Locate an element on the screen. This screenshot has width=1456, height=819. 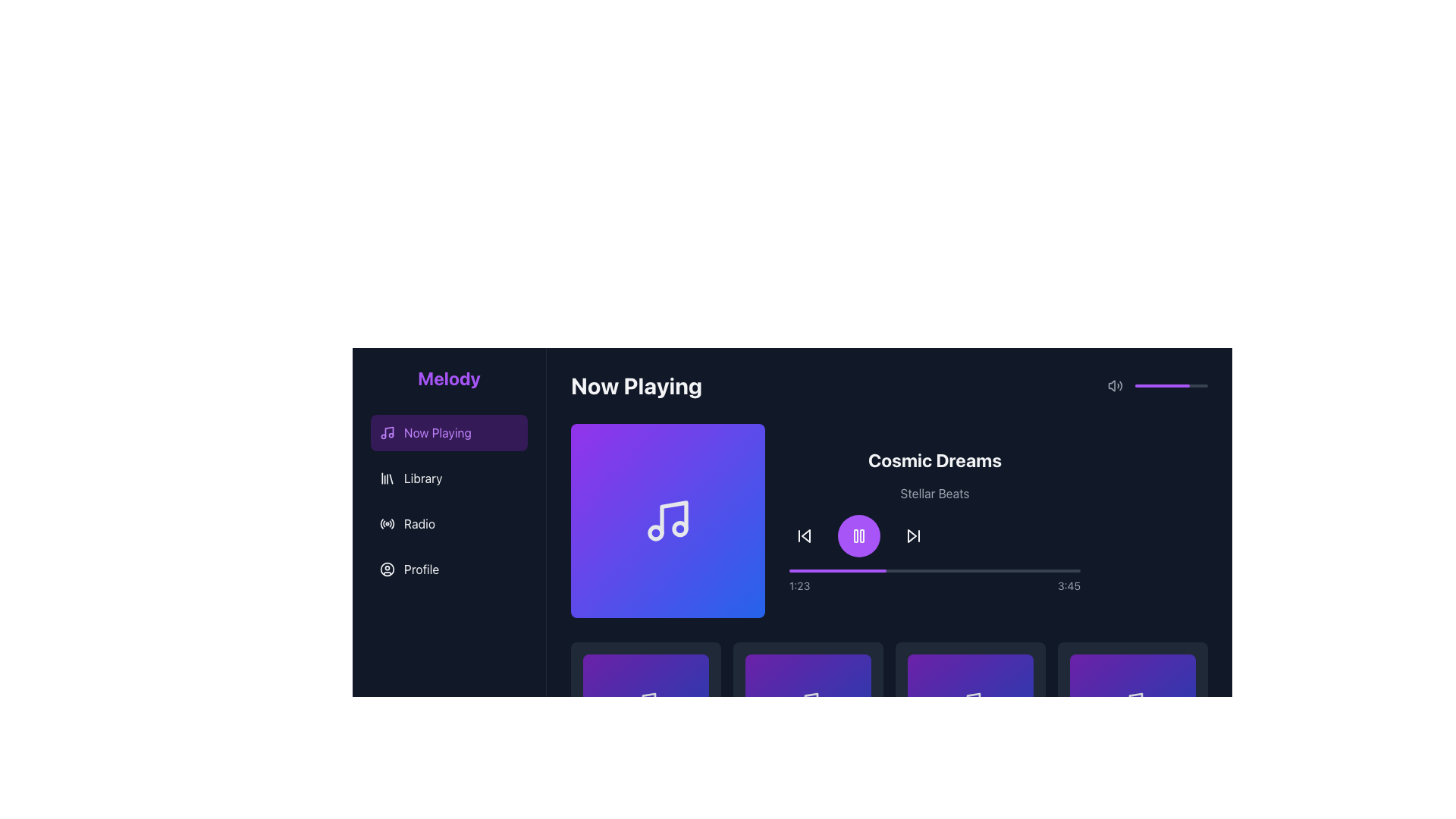
the playback progress is located at coordinates (868, 570).